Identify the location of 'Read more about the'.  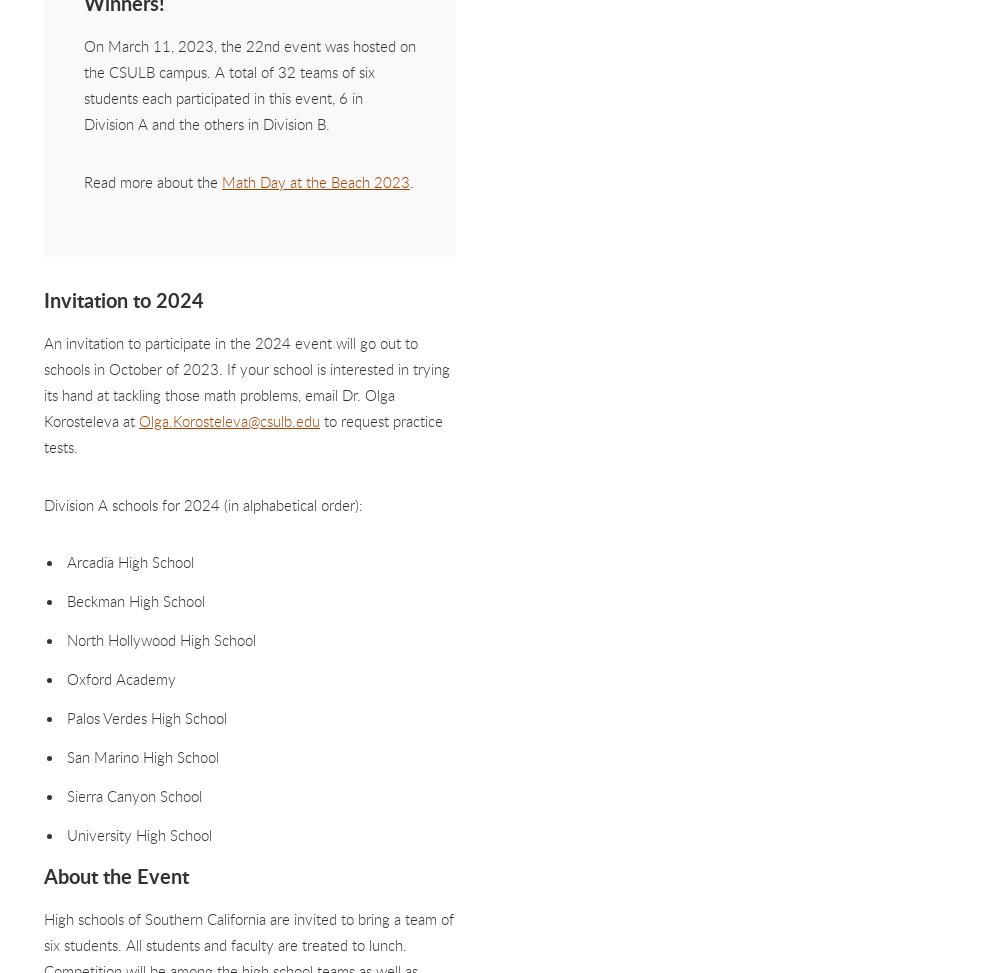
(153, 180).